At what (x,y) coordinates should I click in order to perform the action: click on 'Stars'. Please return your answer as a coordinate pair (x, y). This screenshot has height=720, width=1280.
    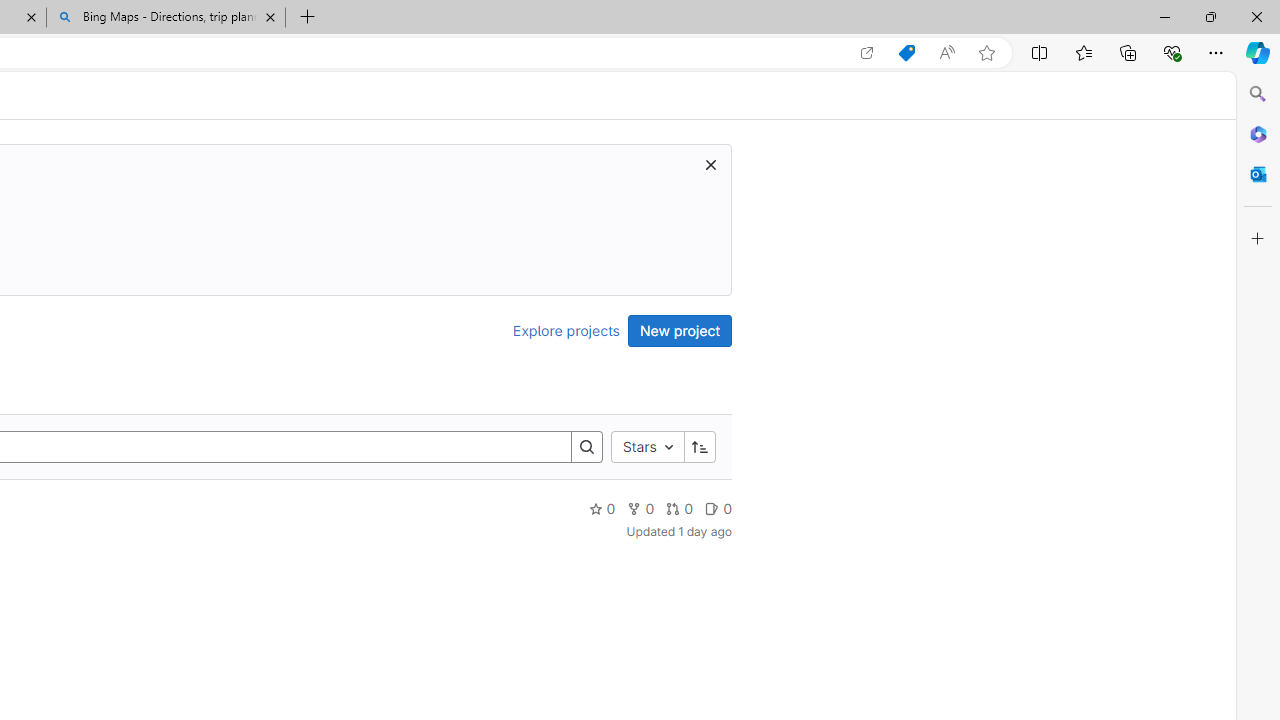
    Looking at the image, I should click on (647, 445).